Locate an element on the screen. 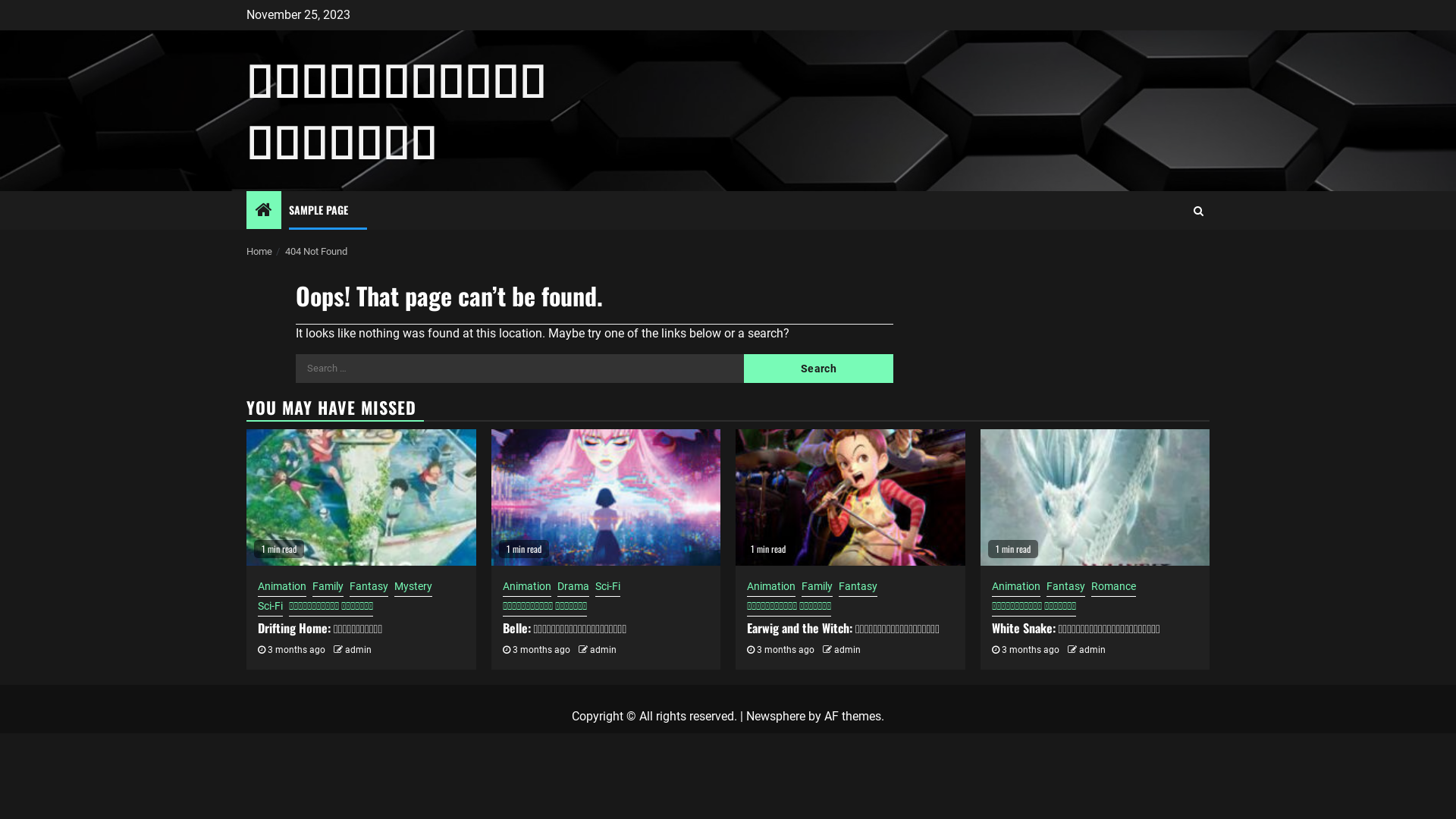 This screenshot has height=819, width=1456. 'Drama' is located at coordinates (571, 587).